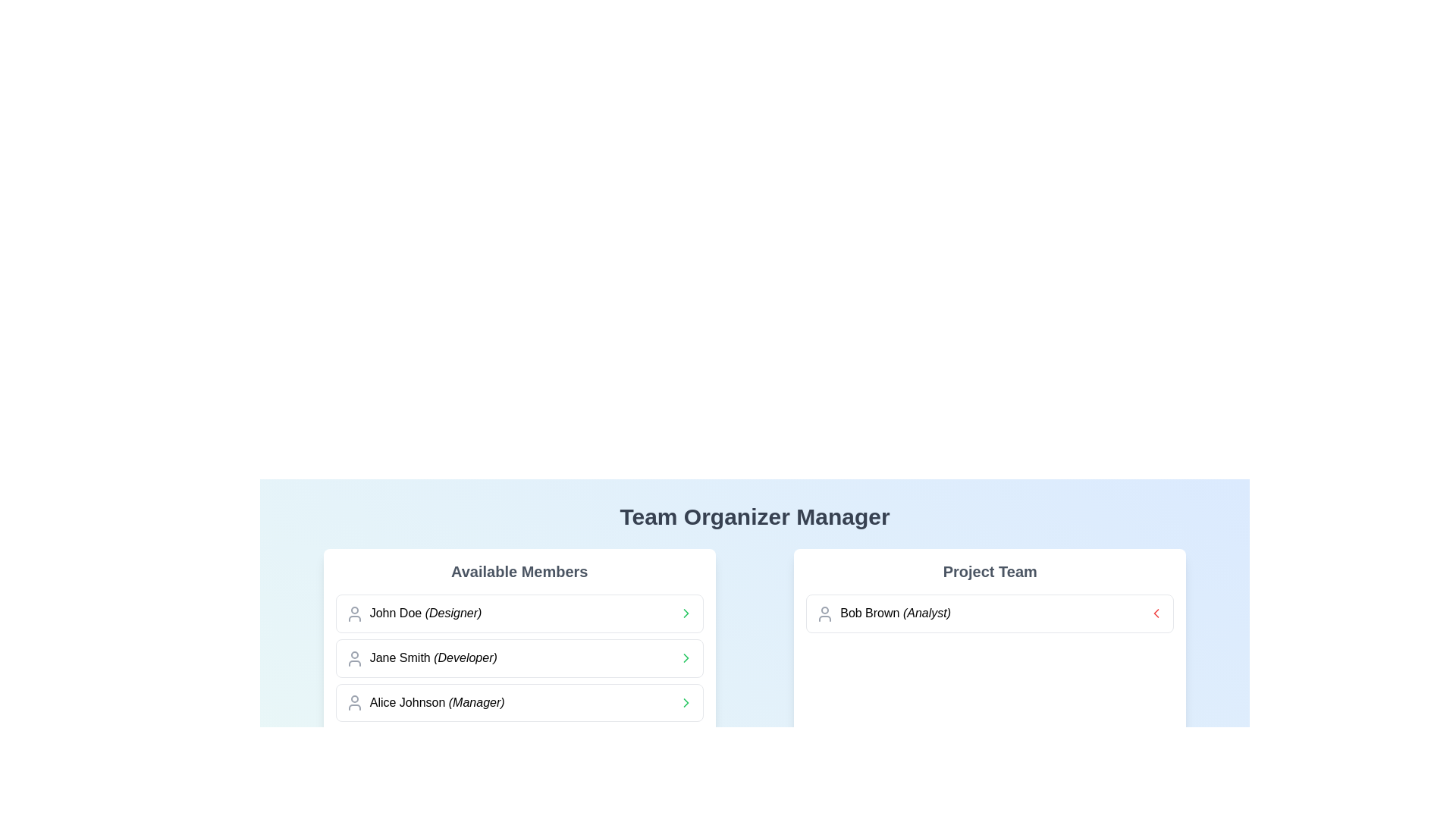  I want to click on the third entry in the 'Available Members' list, so click(519, 702).